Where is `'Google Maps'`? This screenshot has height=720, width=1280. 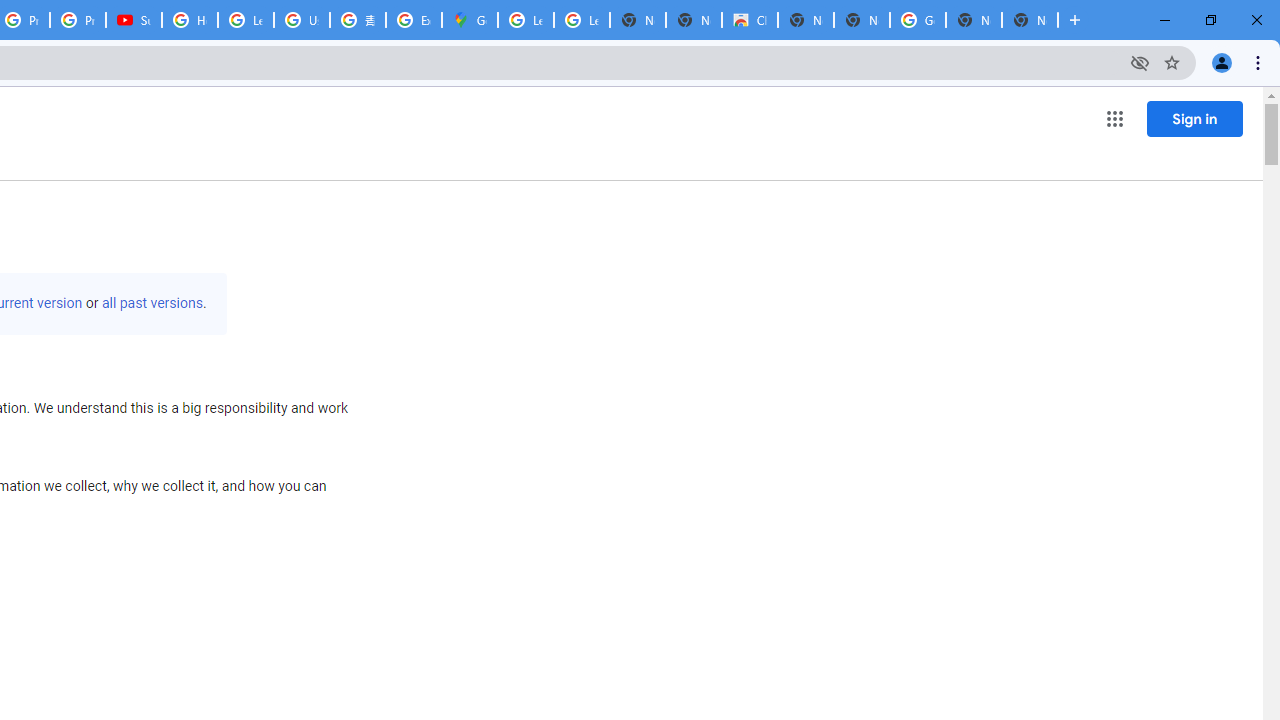 'Google Maps' is located at coordinates (468, 20).